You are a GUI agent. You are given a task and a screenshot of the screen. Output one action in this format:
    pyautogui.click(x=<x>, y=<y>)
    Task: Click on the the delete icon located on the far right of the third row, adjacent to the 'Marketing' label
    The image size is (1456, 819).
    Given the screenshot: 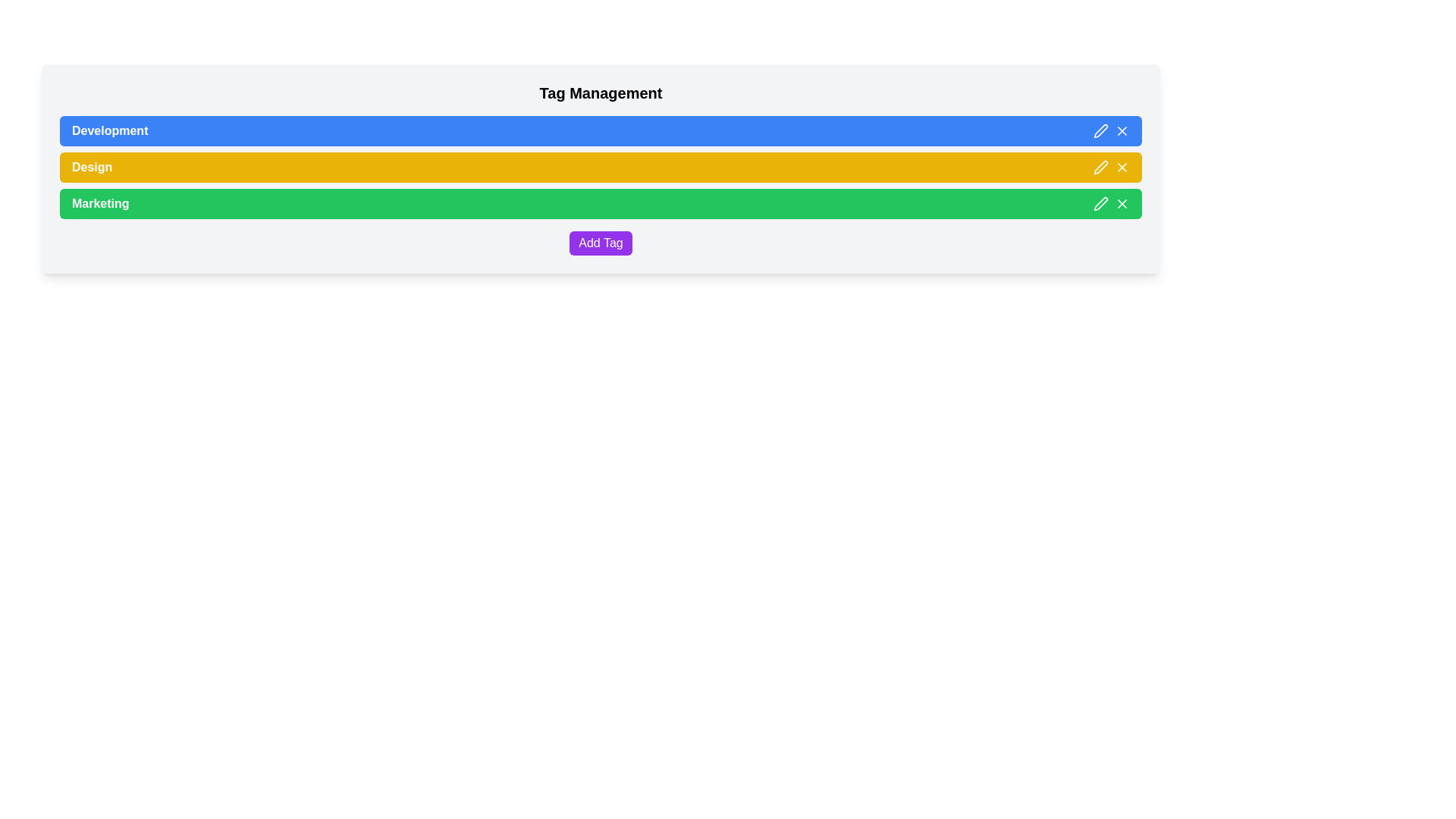 What is the action you would take?
    pyautogui.click(x=1122, y=203)
    